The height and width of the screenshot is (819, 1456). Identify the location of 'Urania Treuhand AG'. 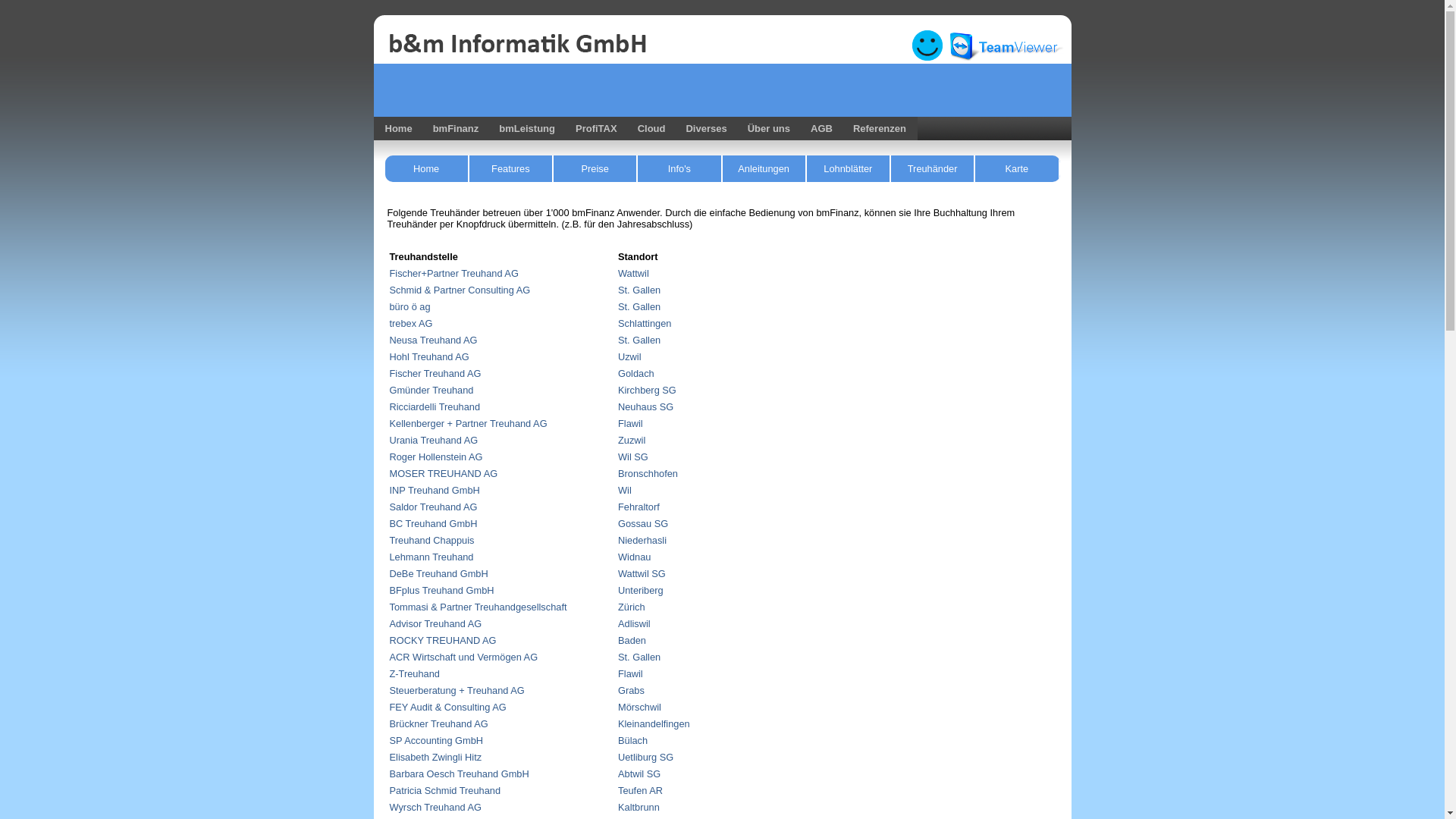
(389, 440).